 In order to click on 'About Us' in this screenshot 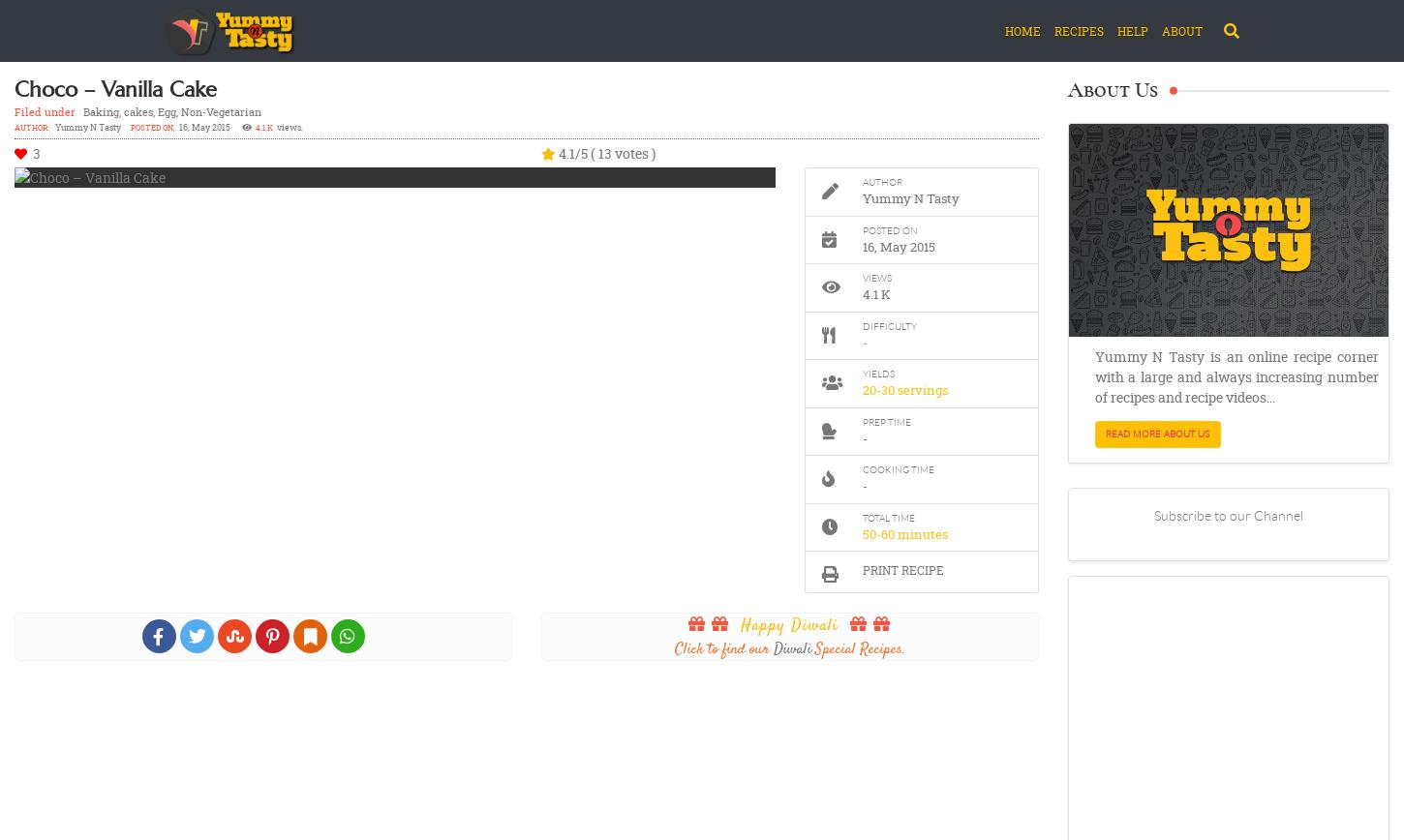, I will do `click(1111, 89)`.